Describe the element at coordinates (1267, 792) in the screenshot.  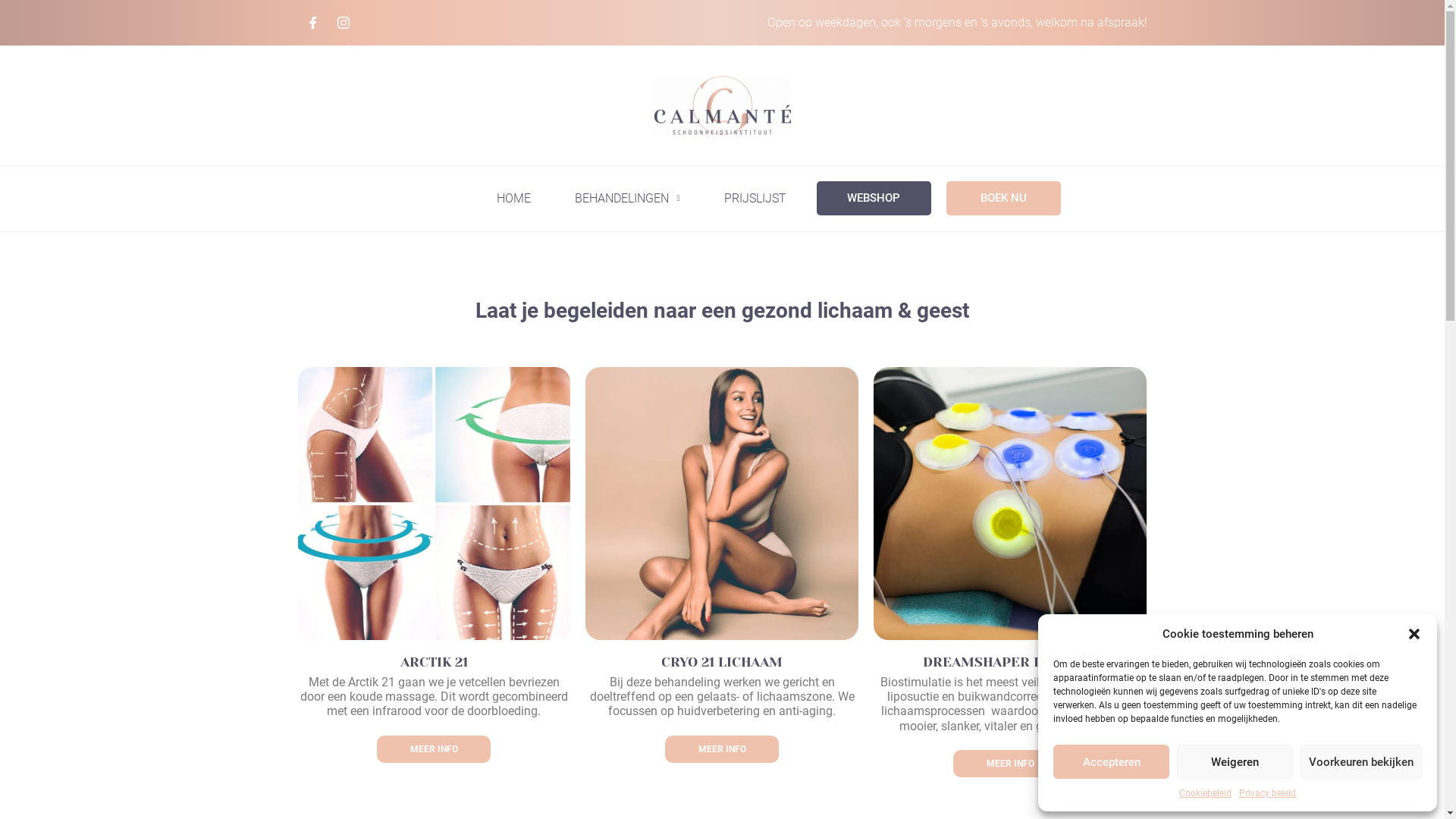
I see `'Privacy beleid'` at that location.